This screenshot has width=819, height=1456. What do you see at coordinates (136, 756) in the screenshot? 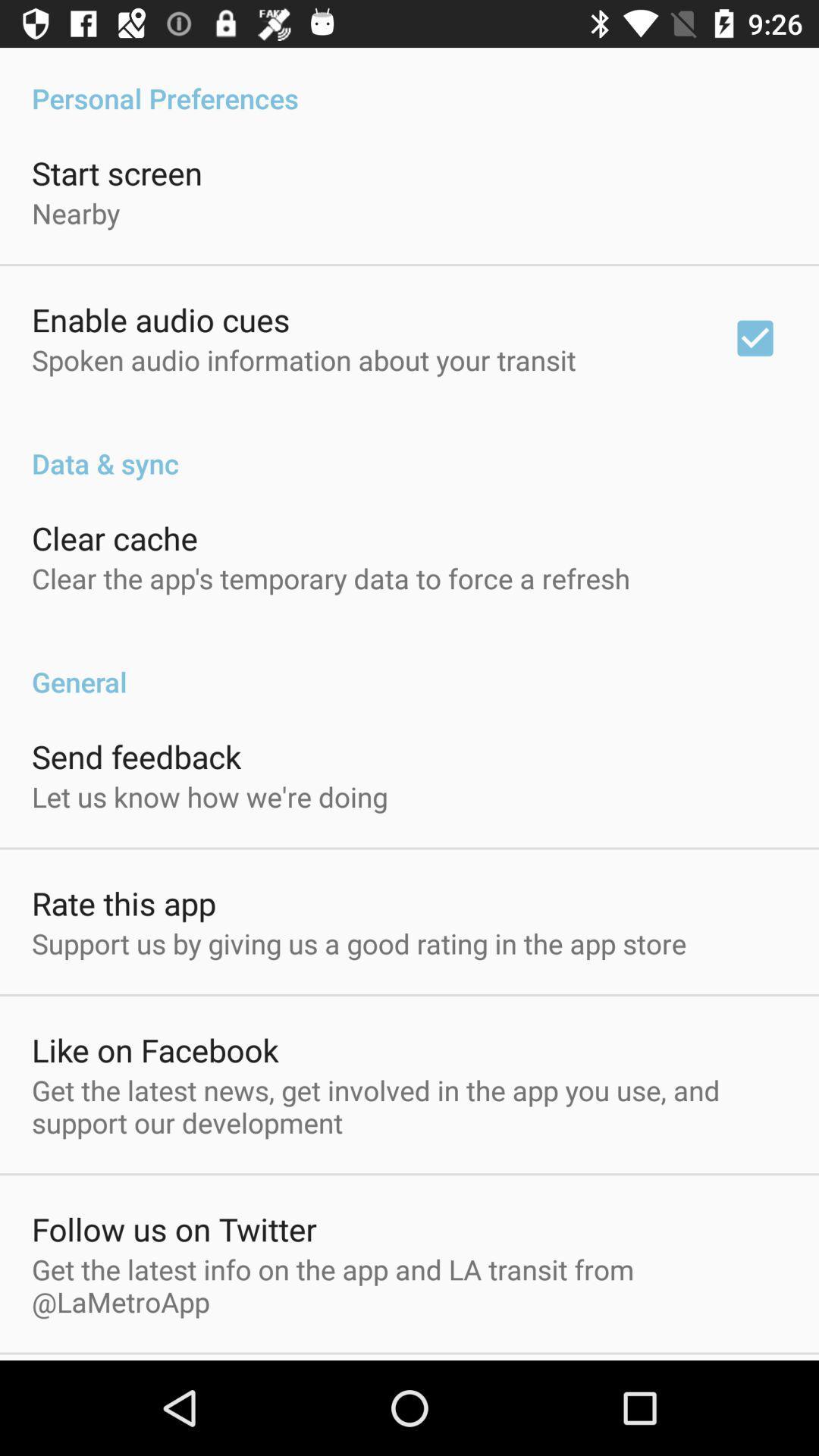
I see `item below the general` at bounding box center [136, 756].